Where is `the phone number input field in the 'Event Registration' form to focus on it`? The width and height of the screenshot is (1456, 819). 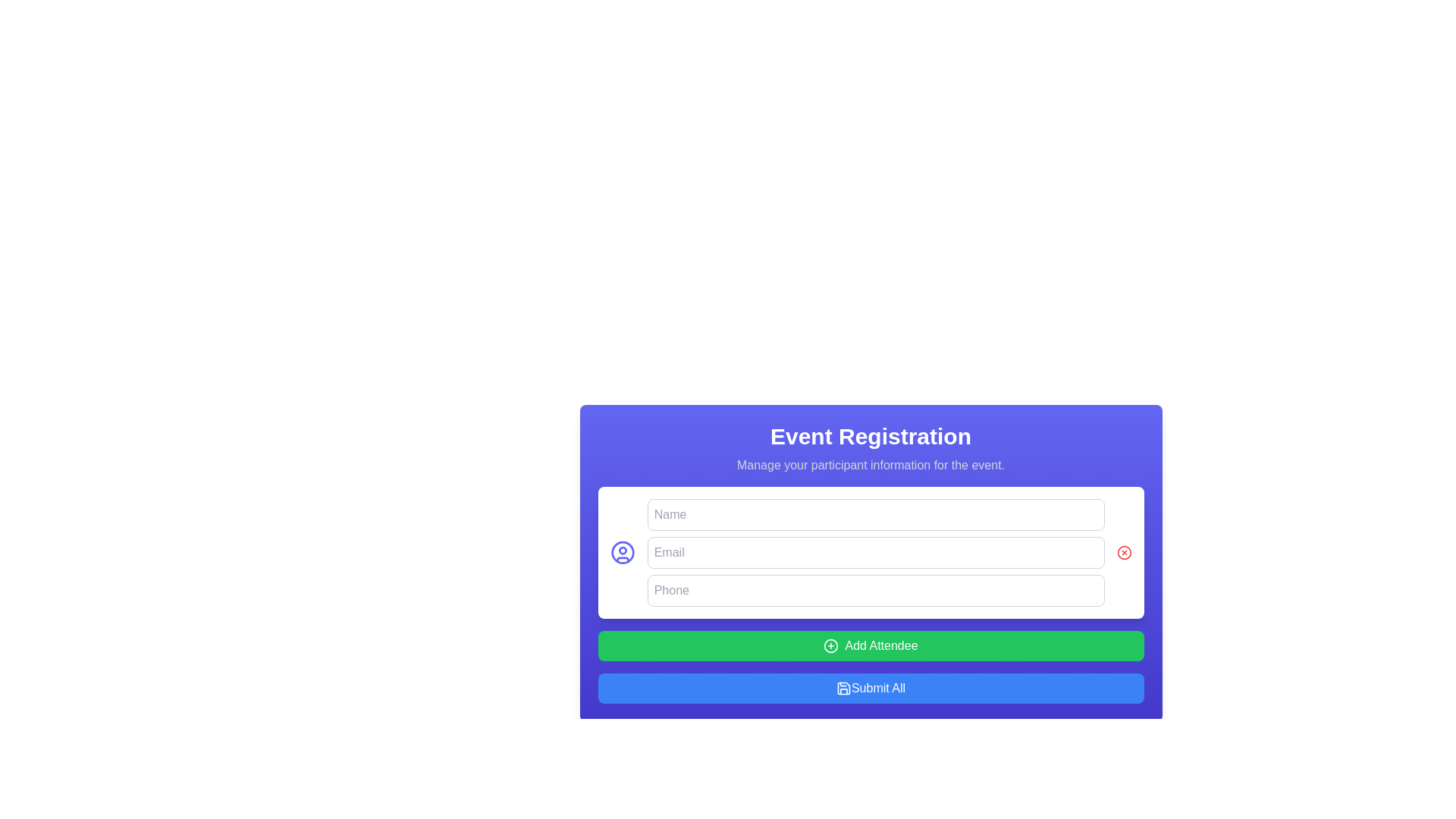 the phone number input field in the 'Event Registration' form to focus on it is located at coordinates (876, 590).